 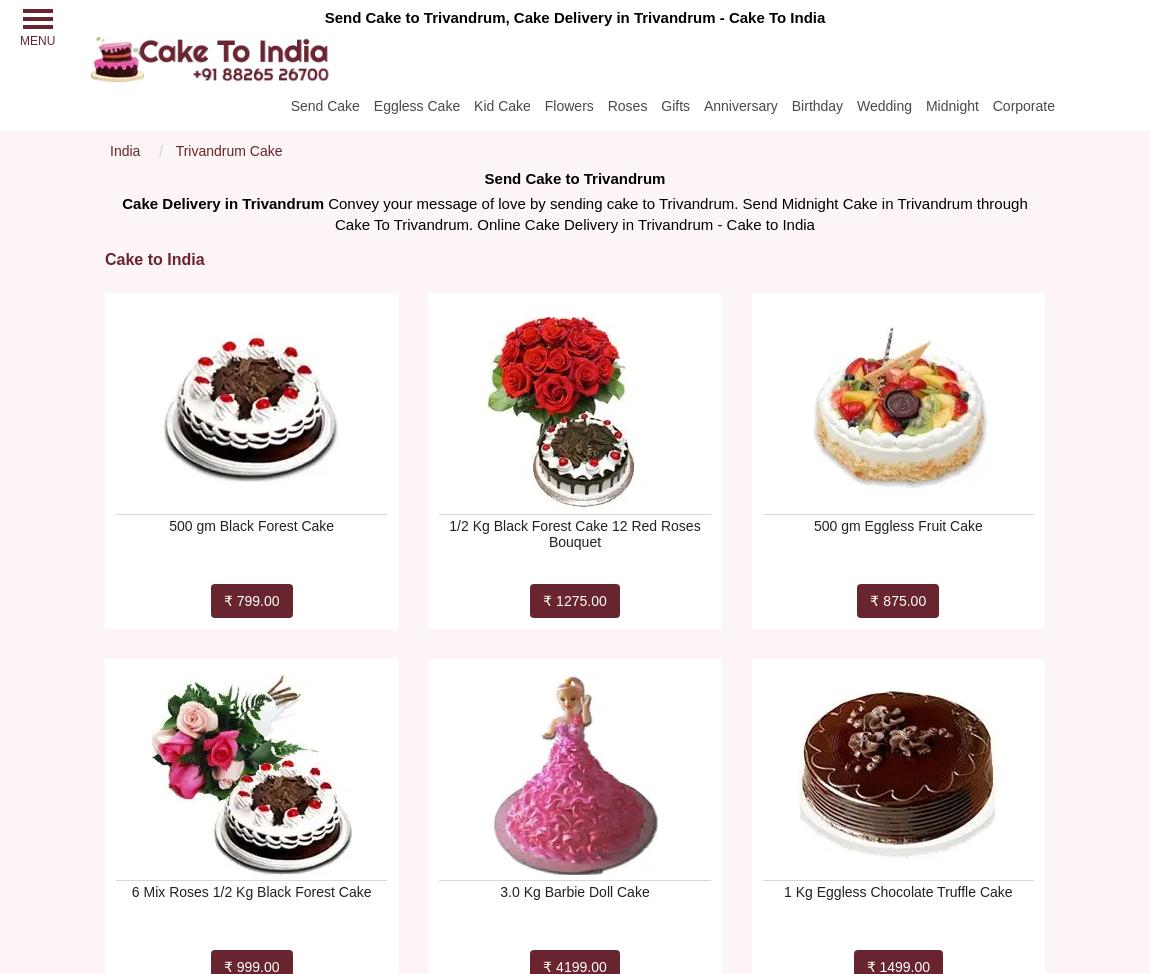 I want to click on 'Gifts', so click(x=674, y=104).